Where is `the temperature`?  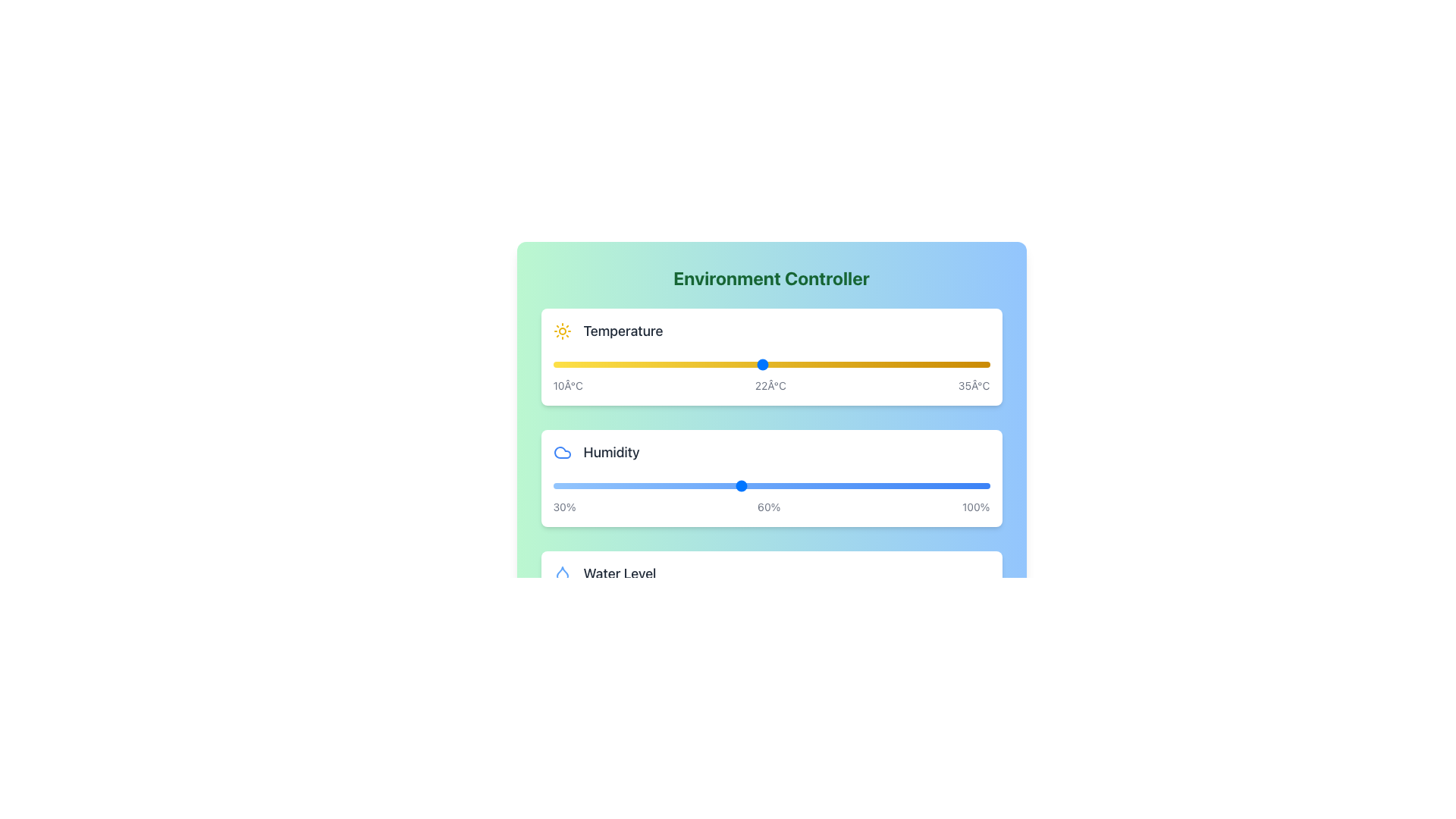 the temperature is located at coordinates (972, 365).